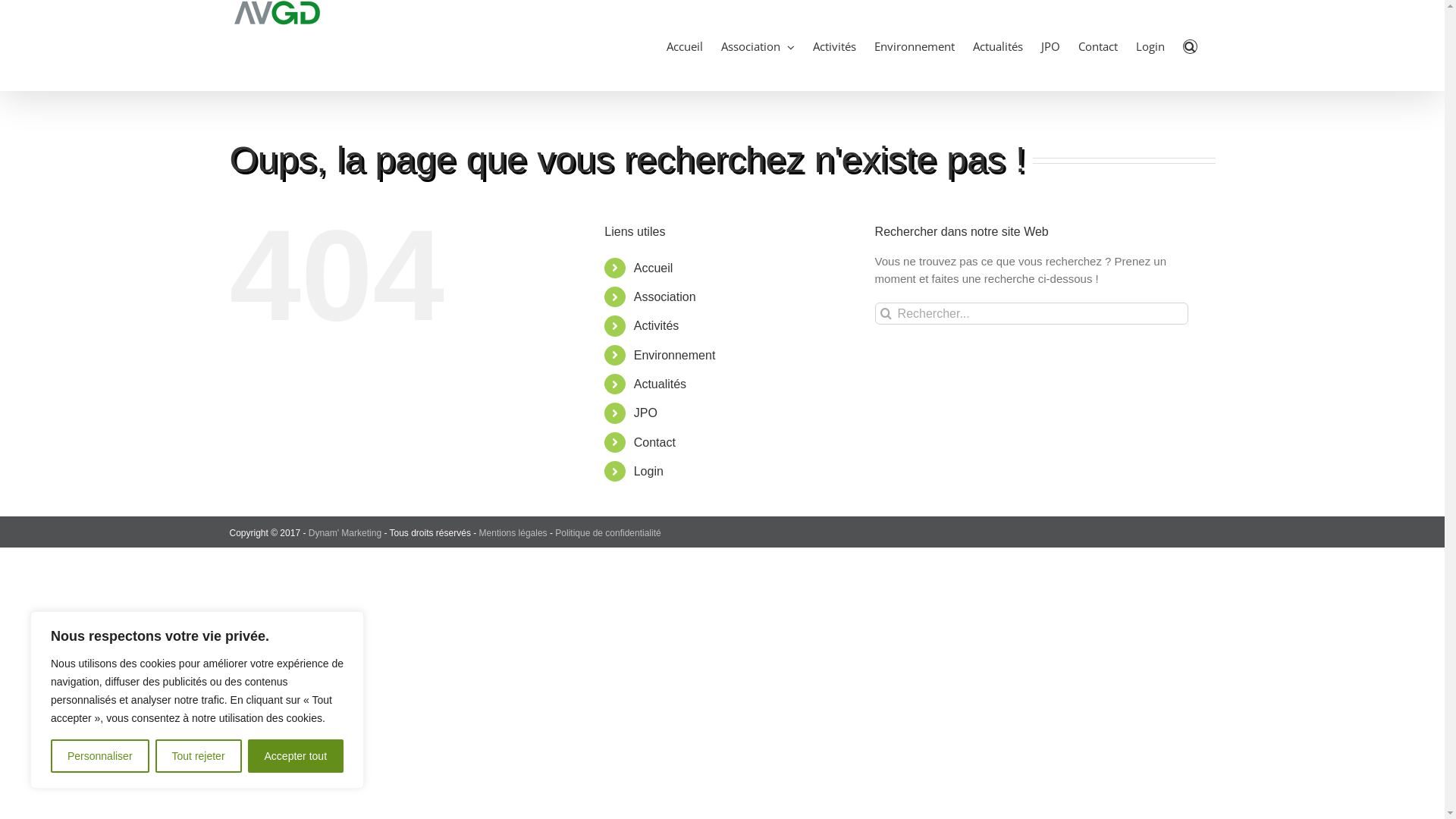  I want to click on 'Accepter tout', so click(295, 755).